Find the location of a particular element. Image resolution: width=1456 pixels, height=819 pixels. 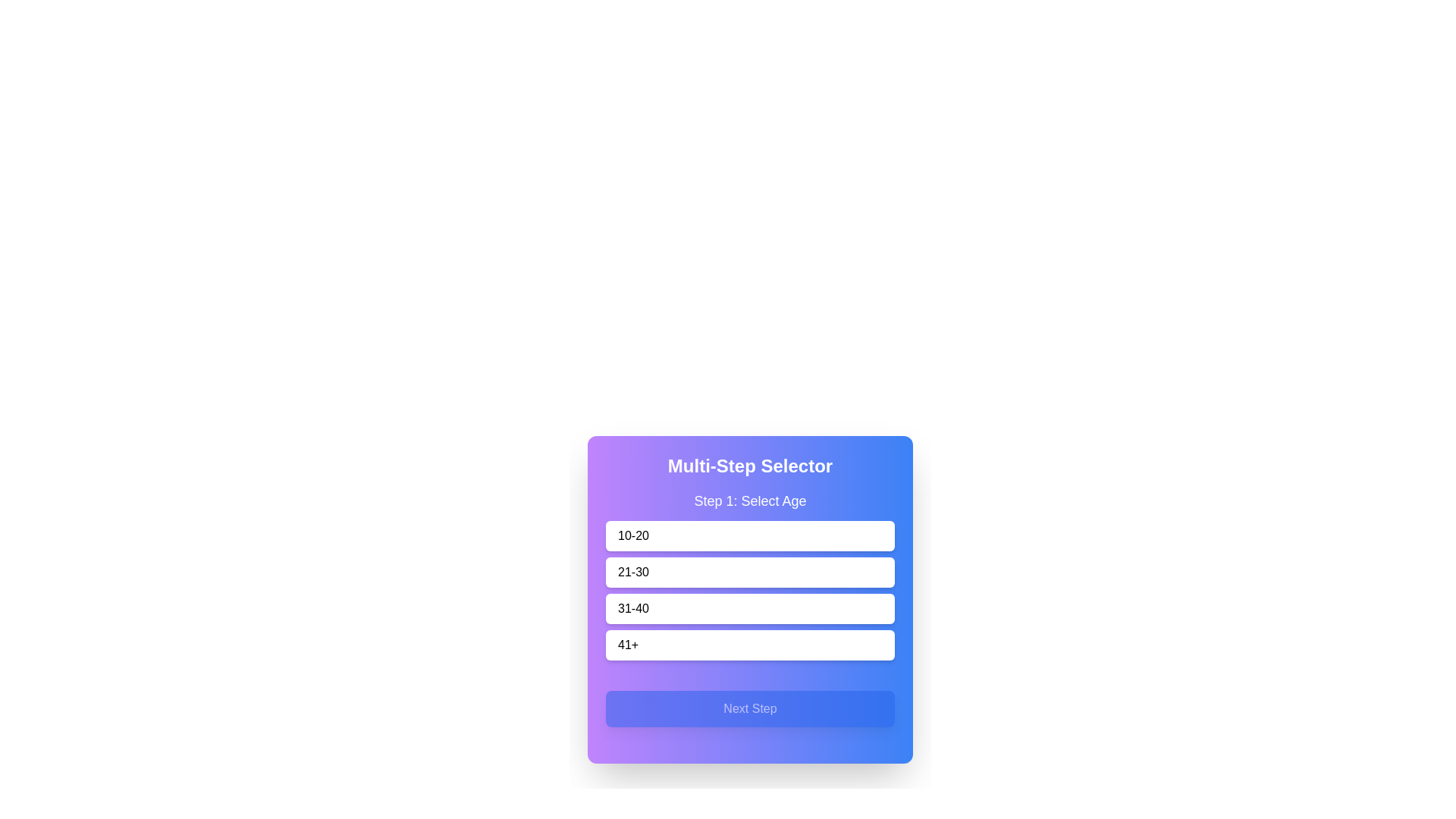

the selectable button labeled '31-40' is located at coordinates (750, 602).